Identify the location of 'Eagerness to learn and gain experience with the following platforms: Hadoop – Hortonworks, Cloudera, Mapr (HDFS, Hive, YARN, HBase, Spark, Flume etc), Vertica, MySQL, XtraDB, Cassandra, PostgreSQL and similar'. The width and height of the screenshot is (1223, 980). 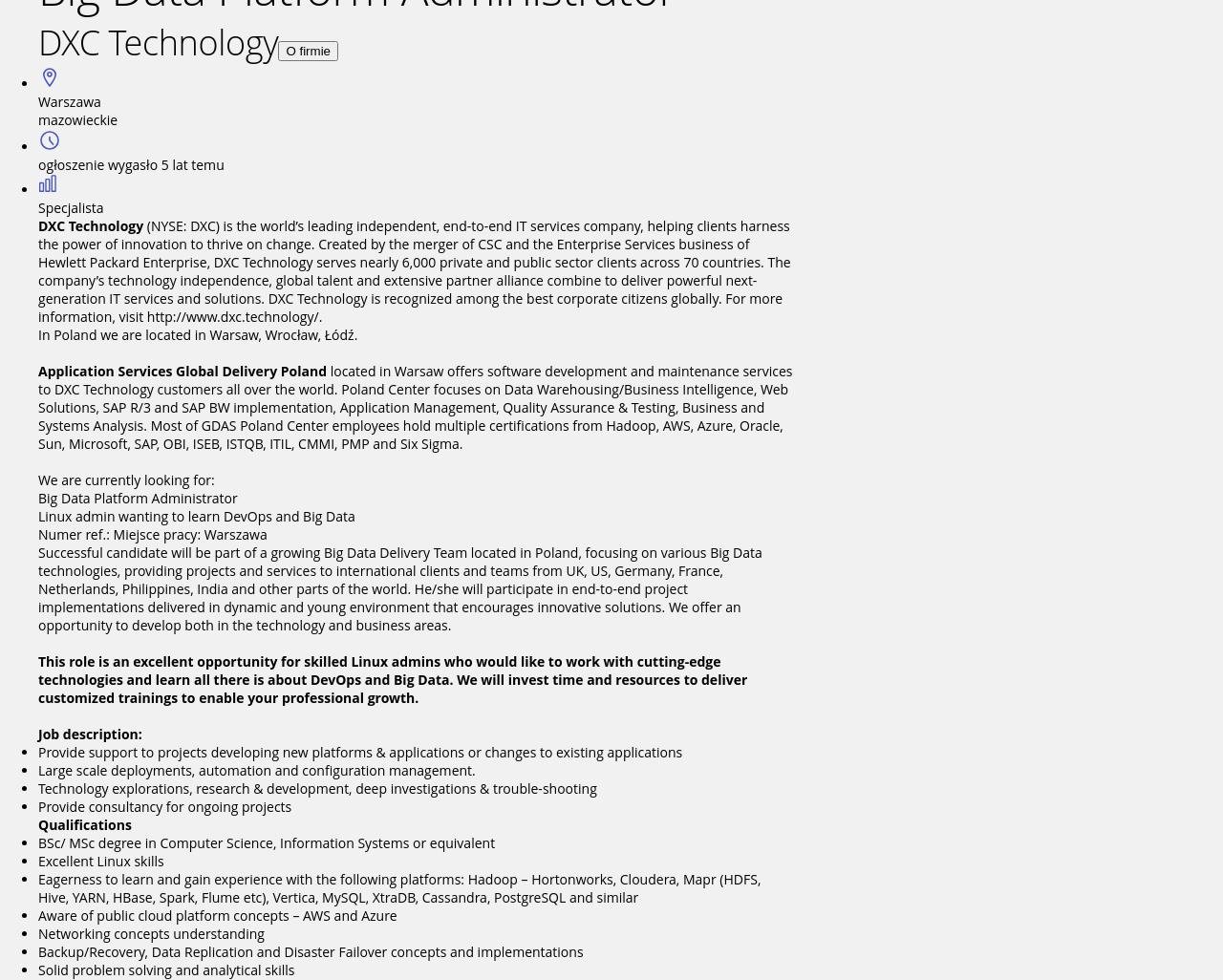
(37, 887).